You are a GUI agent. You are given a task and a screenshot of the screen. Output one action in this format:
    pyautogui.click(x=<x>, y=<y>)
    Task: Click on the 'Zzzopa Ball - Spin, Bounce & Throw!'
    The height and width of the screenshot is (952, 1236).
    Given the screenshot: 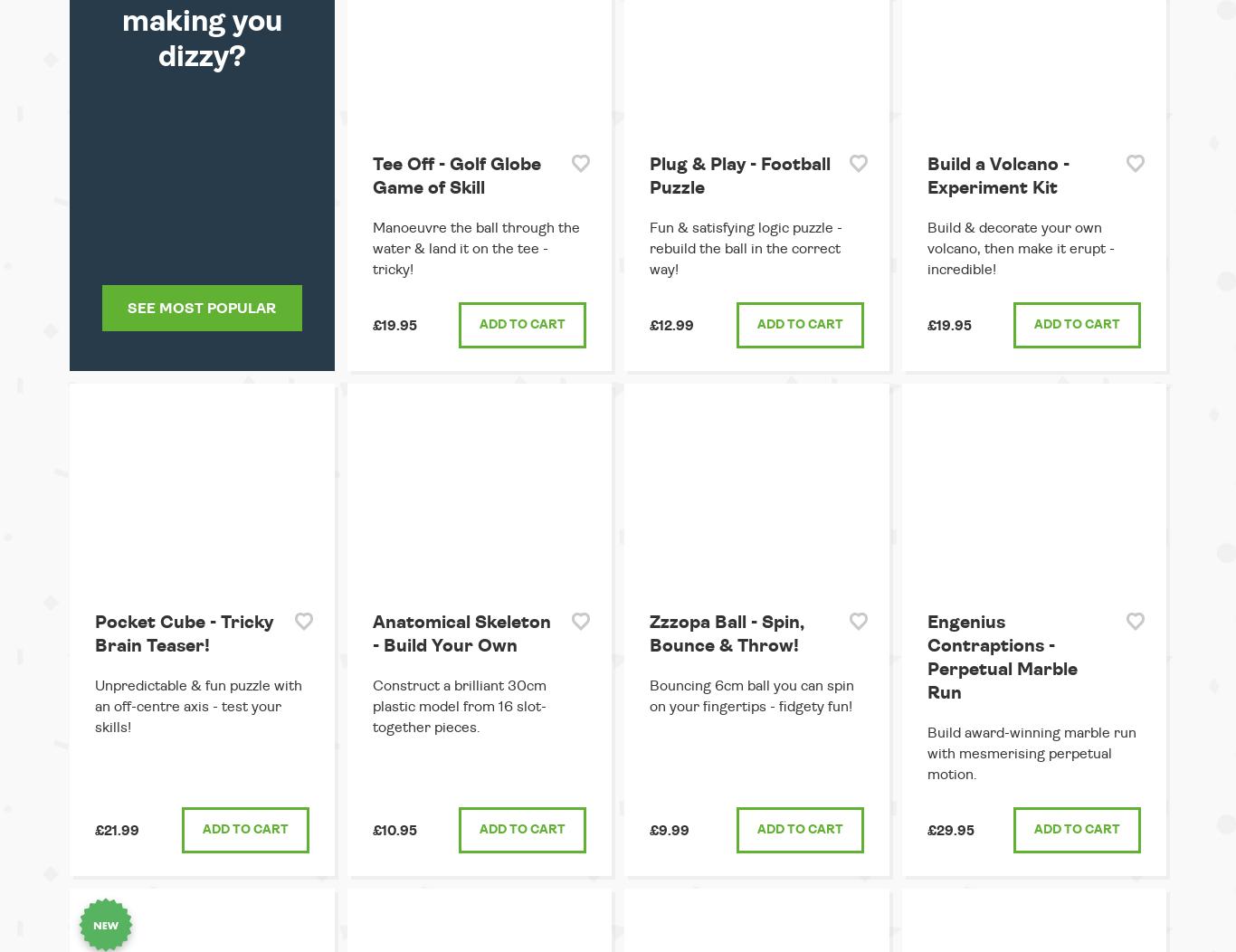 What is the action you would take?
    pyautogui.click(x=726, y=633)
    